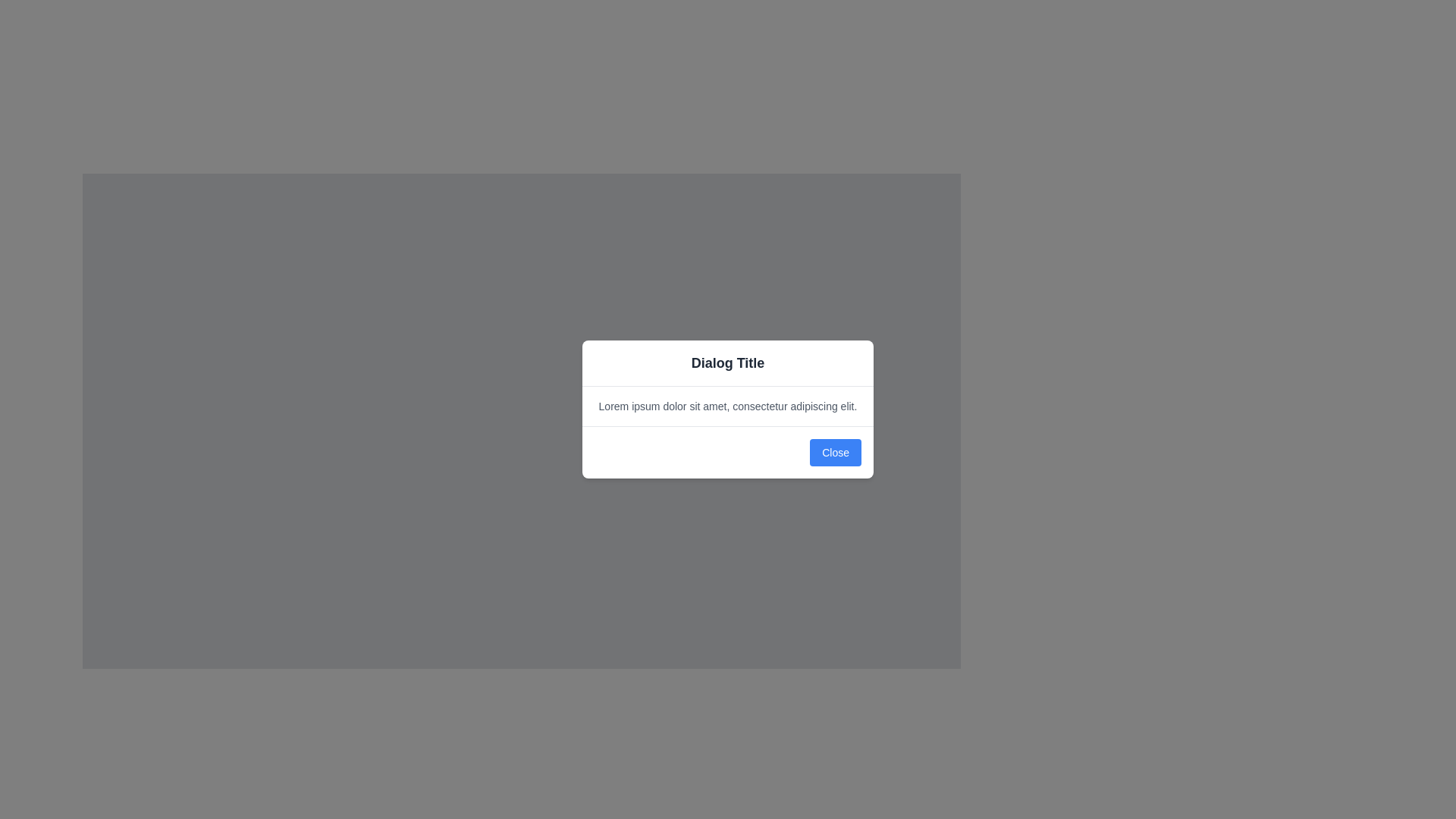 The image size is (1456, 819). I want to click on the 'Dialog Title' text display section at the top of the dialog box, which is visually distinct with a bold font and a white background, so click(728, 363).